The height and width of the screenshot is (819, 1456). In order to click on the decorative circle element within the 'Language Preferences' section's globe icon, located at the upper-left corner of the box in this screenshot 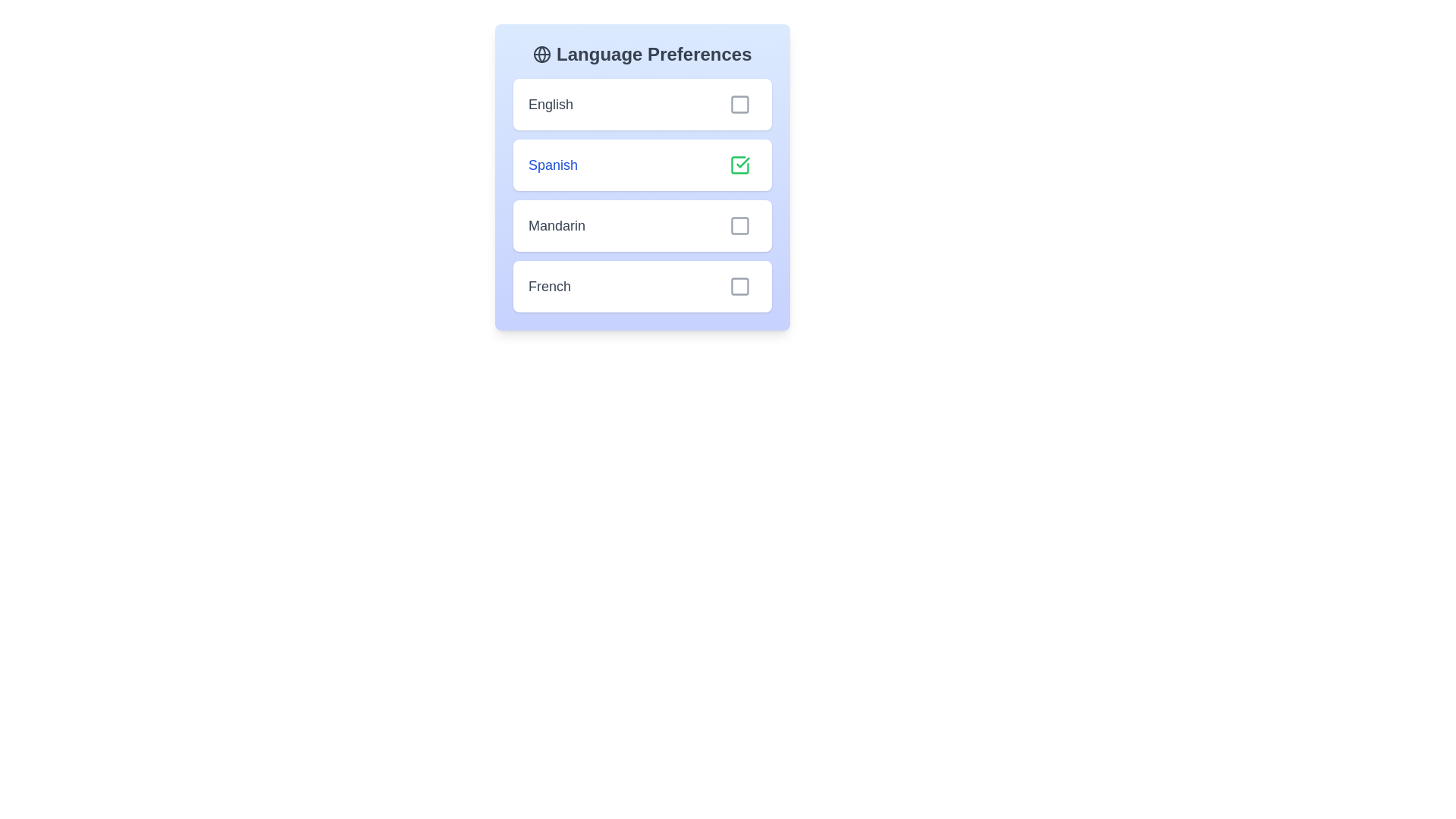, I will do `click(542, 53)`.